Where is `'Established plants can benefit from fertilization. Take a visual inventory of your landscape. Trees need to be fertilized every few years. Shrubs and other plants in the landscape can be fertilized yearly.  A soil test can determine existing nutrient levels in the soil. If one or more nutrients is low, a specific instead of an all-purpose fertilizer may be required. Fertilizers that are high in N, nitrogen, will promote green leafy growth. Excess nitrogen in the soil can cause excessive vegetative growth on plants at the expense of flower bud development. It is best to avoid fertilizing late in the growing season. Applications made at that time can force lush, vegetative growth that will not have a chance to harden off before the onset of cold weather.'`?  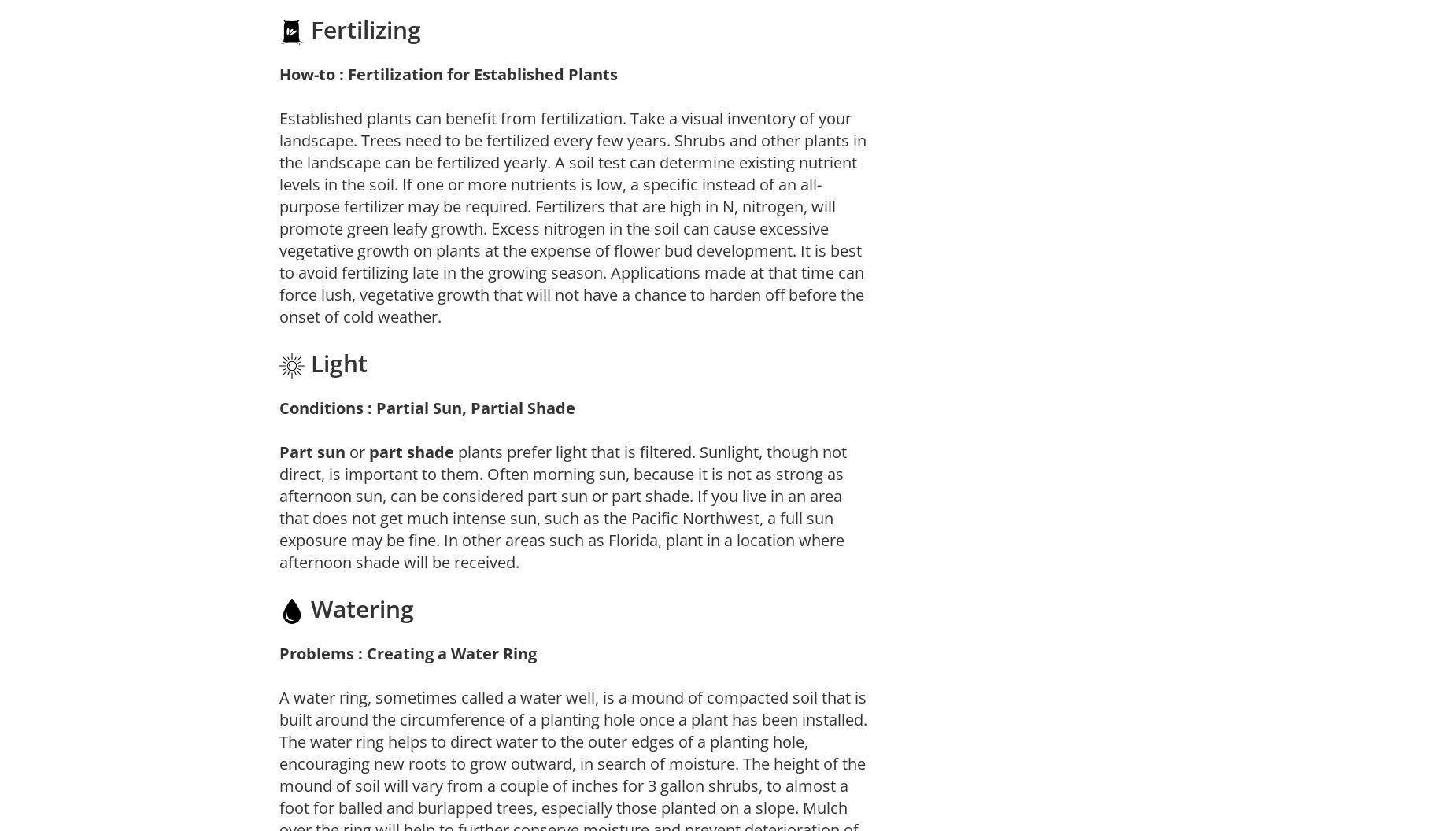 'Established plants can benefit from fertilization. Take a visual inventory of your landscape. Trees need to be fertilized every few years. Shrubs and other plants in the landscape can be fertilized yearly.  A soil test can determine existing nutrient levels in the soil. If one or more nutrients is low, a specific instead of an all-purpose fertilizer may be required. Fertilizers that are high in N, nitrogen, will promote green leafy growth. Excess nitrogen in the soil can cause excessive vegetative growth on plants at the expense of flower bud development. It is best to avoid fertilizing late in the growing season. Applications made at that time can force lush, vegetative growth that will not have a chance to harden off before the onset of cold weather.' is located at coordinates (572, 217).